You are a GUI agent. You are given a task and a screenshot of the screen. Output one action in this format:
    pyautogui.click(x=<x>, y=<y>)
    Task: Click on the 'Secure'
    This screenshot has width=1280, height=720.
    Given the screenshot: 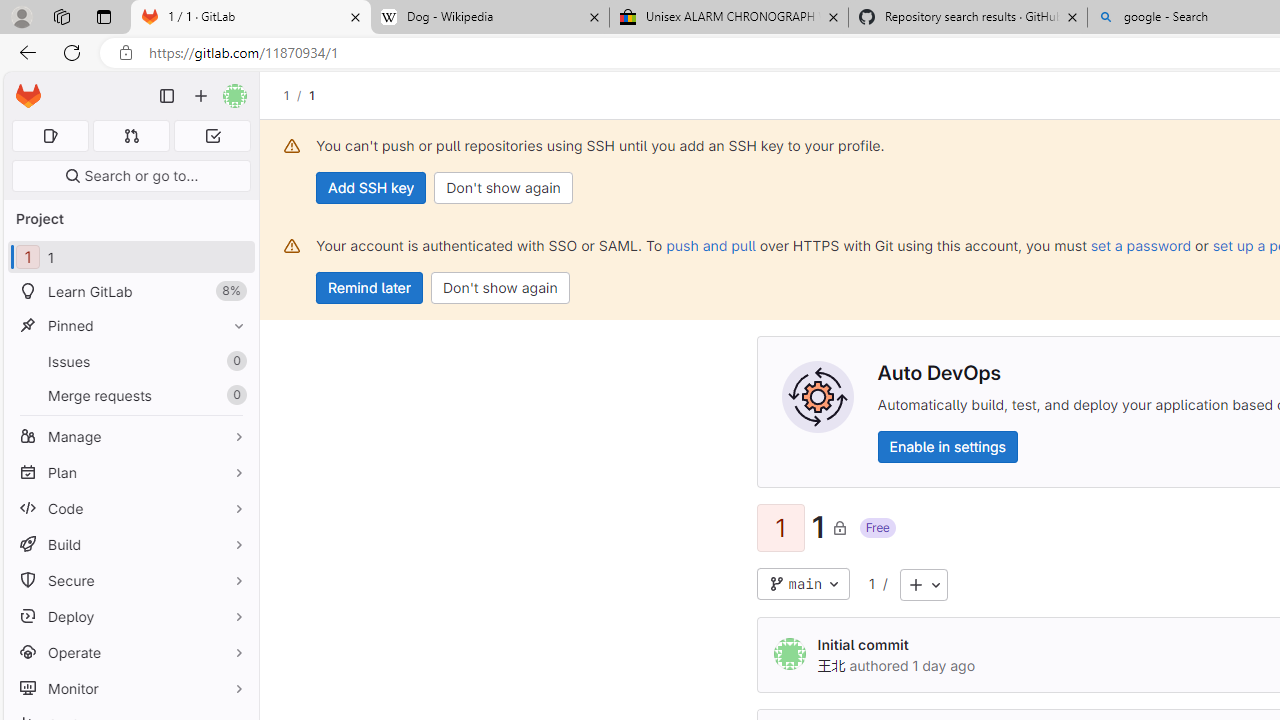 What is the action you would take?
    pyautogui.click(x=130, y=580)
    